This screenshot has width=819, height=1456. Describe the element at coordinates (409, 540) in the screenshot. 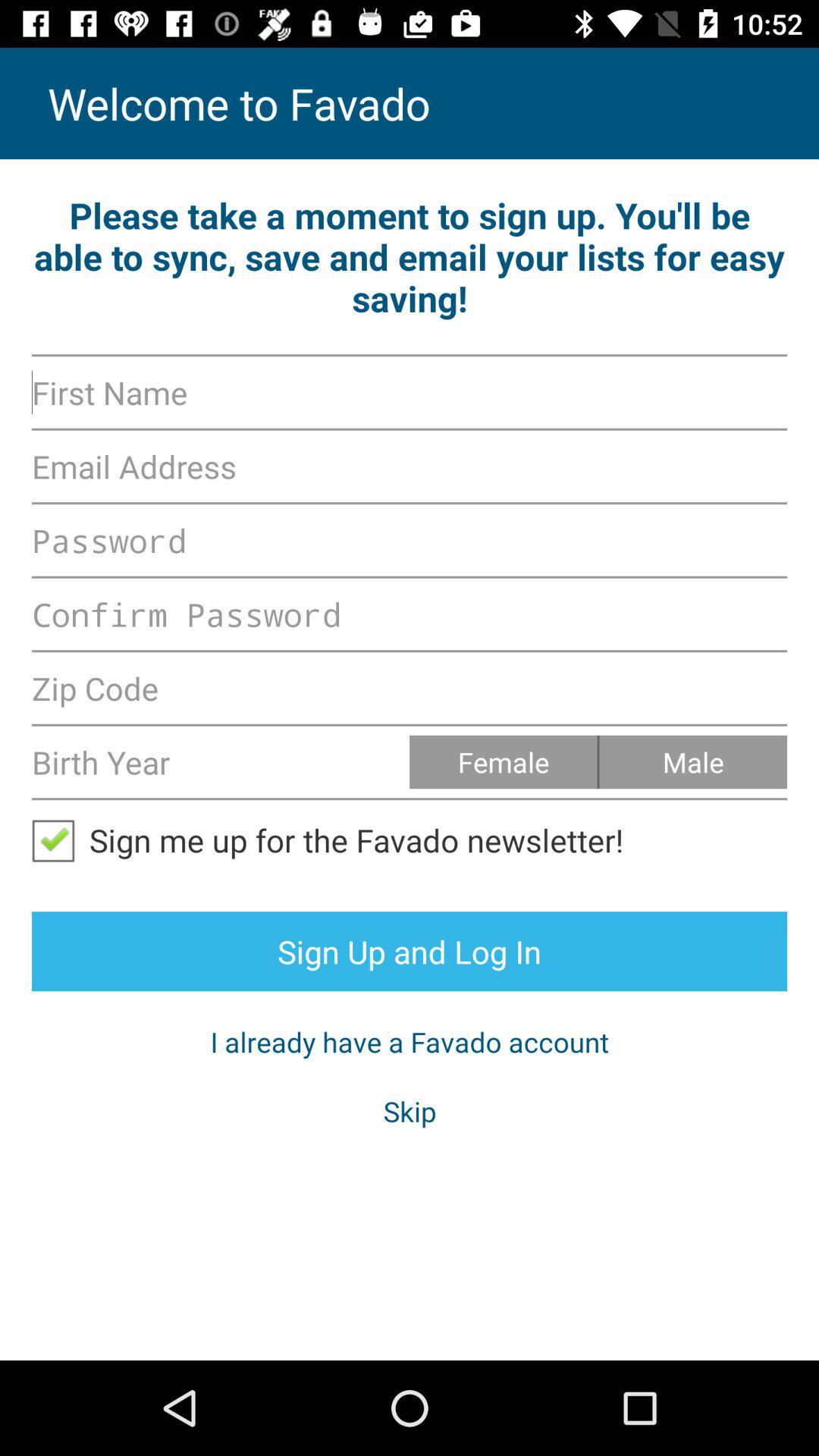

I see `password field` at that location.